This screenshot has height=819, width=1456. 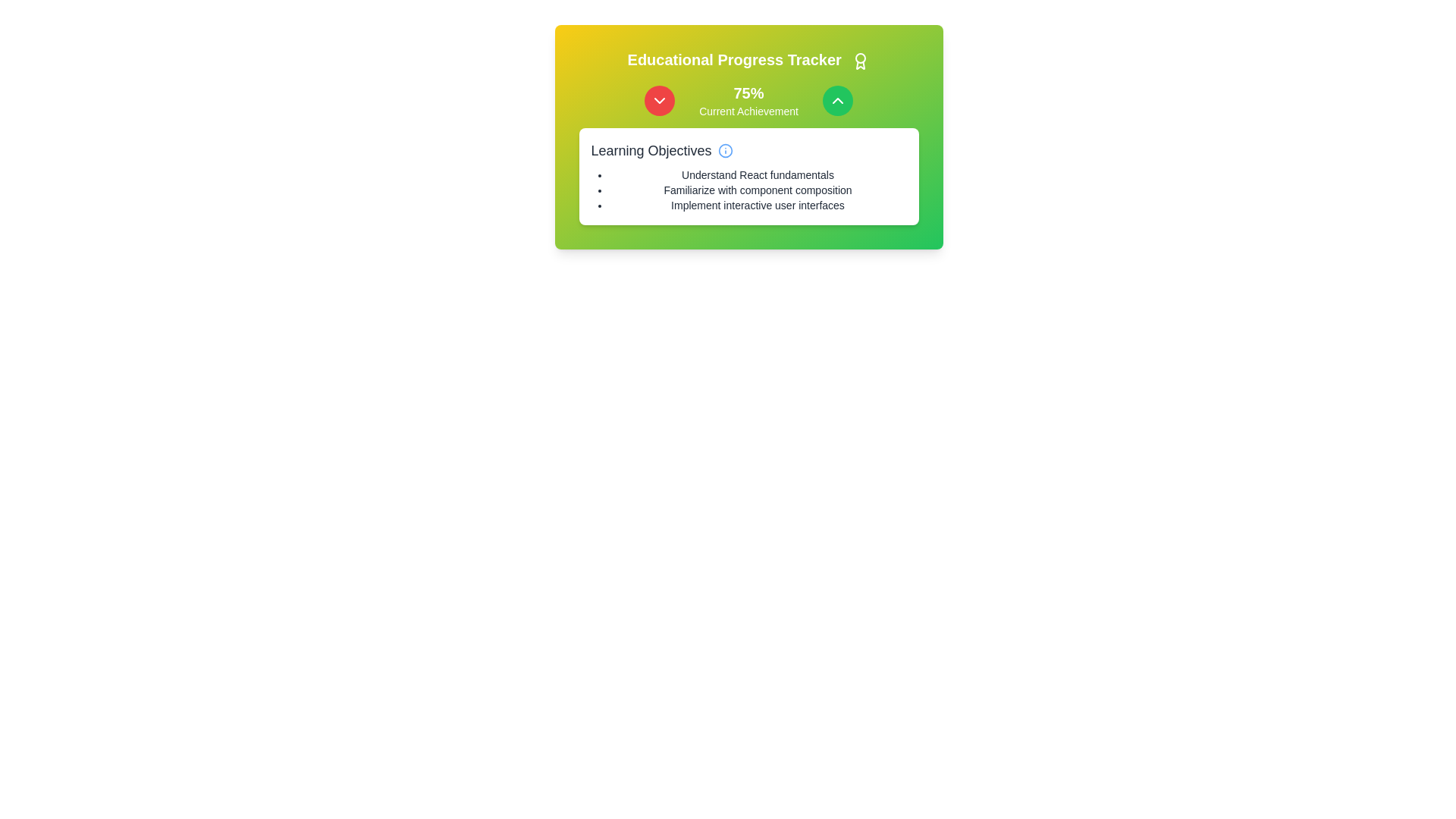 I want to click on the upward navigation button located in the header section of the achievement card, positioned to the right of the '75%' progress indicator, so click(x=836, y=100).